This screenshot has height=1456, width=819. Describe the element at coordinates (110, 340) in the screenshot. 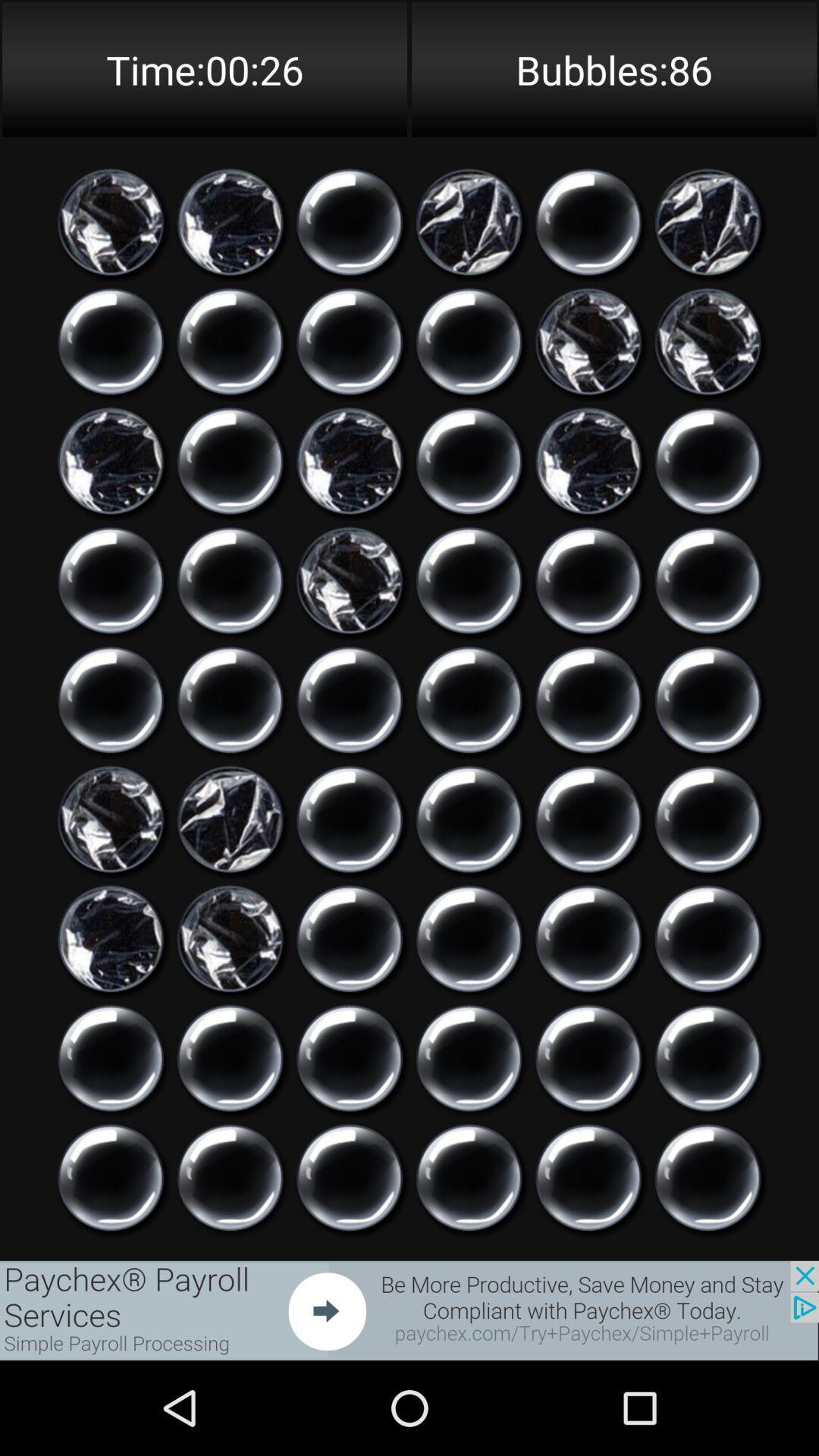

I see `bubble image` at that location.